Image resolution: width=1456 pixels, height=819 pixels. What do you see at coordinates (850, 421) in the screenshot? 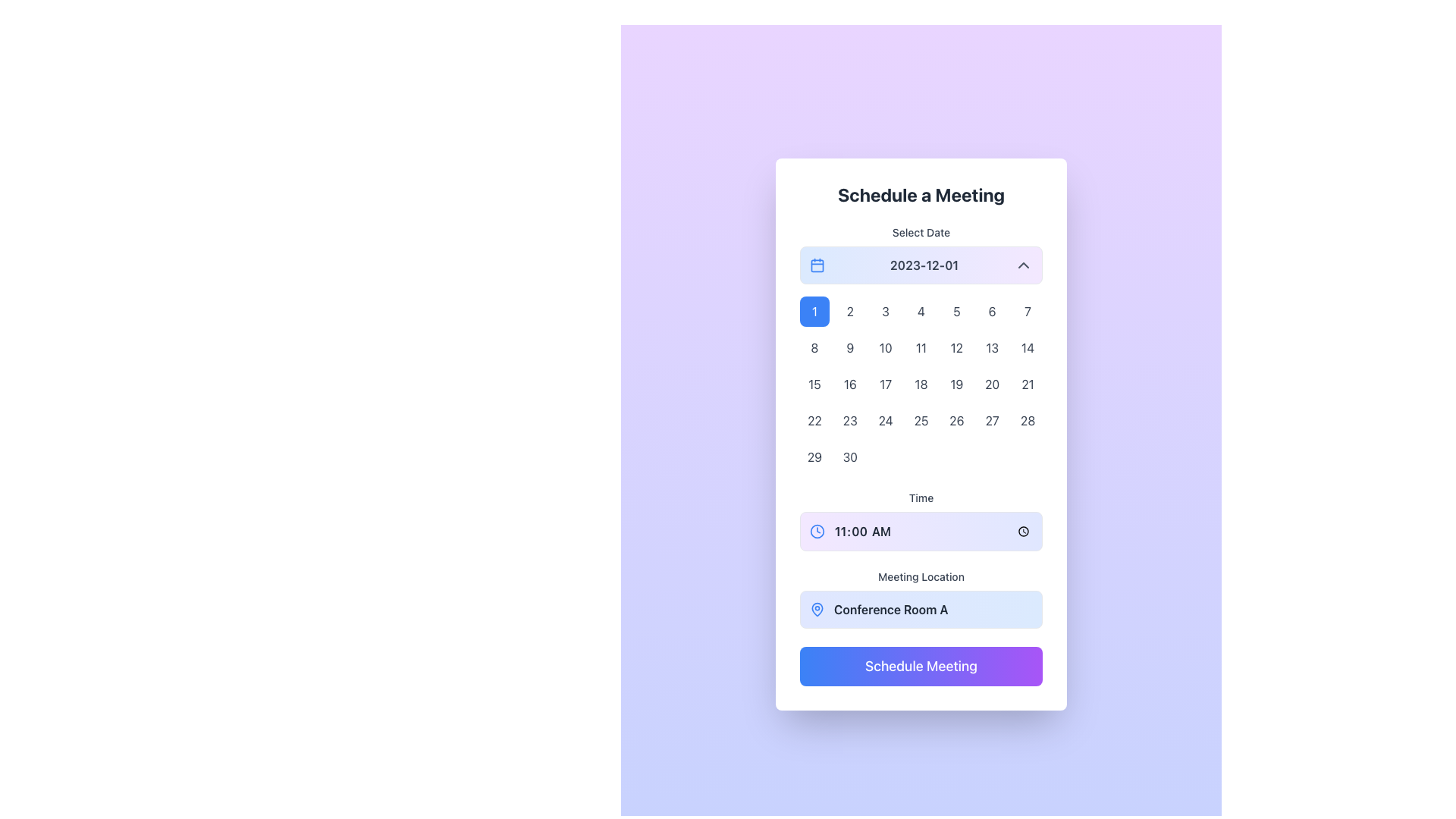
I see `the button representing the date 23 in the calendar grid` at bounding box center [850, 421].